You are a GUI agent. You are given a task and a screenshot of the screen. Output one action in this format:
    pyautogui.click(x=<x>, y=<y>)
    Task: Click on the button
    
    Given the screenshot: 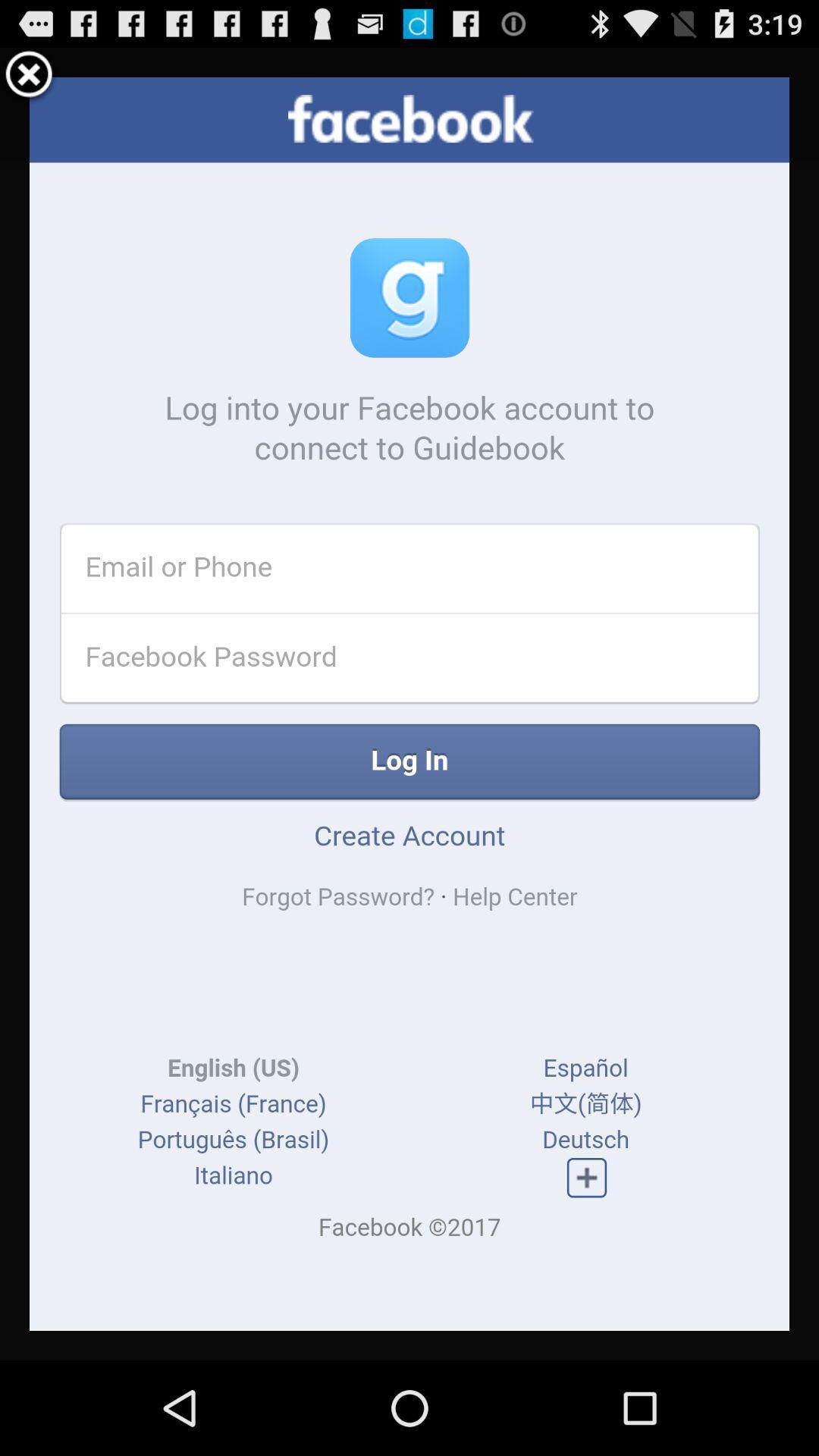 What is the action you would take?
    pyautogui.click(x=29, y=76)
    